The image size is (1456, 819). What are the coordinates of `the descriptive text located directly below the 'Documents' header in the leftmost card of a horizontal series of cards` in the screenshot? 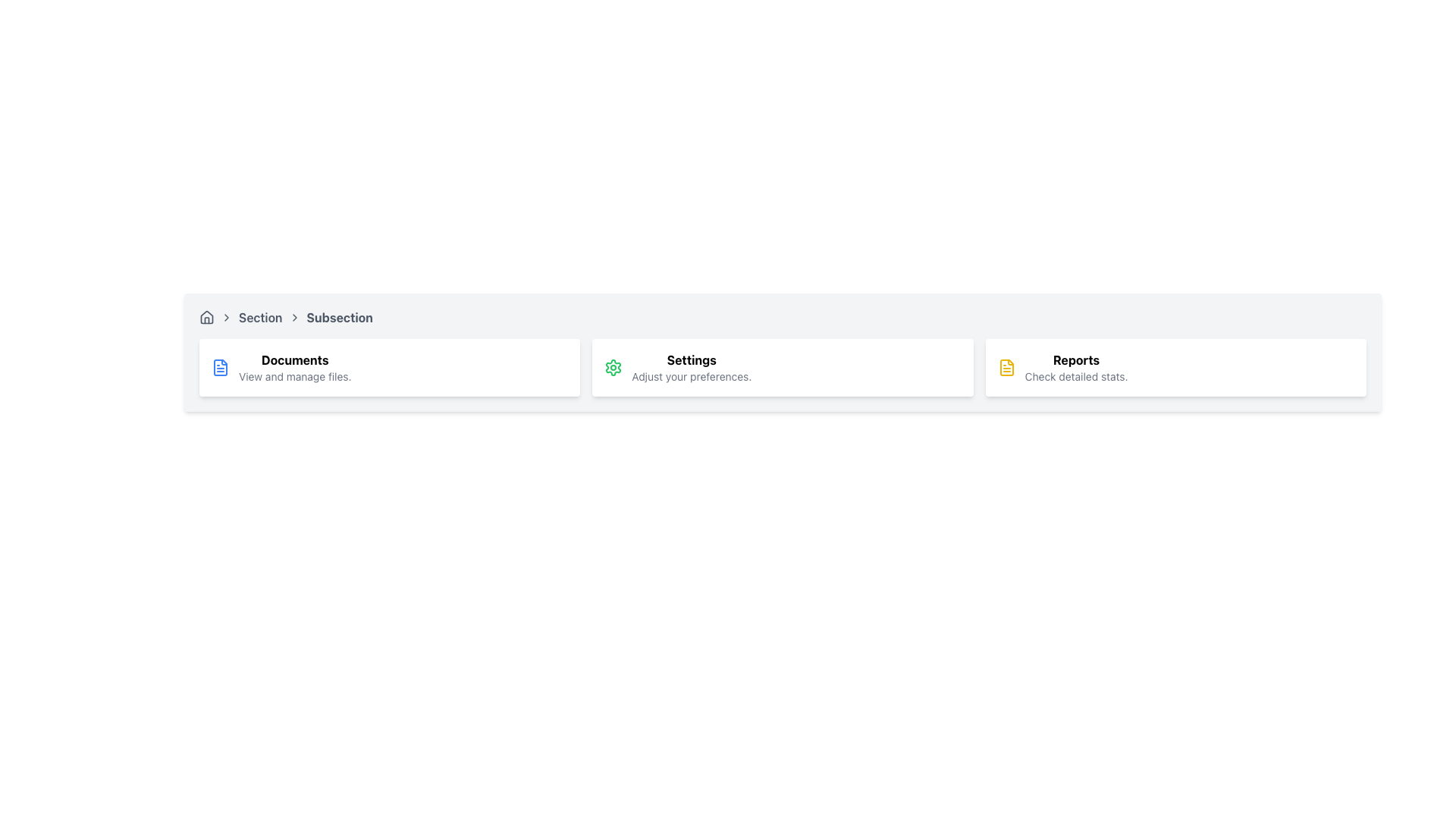 It's located at (295, 376).